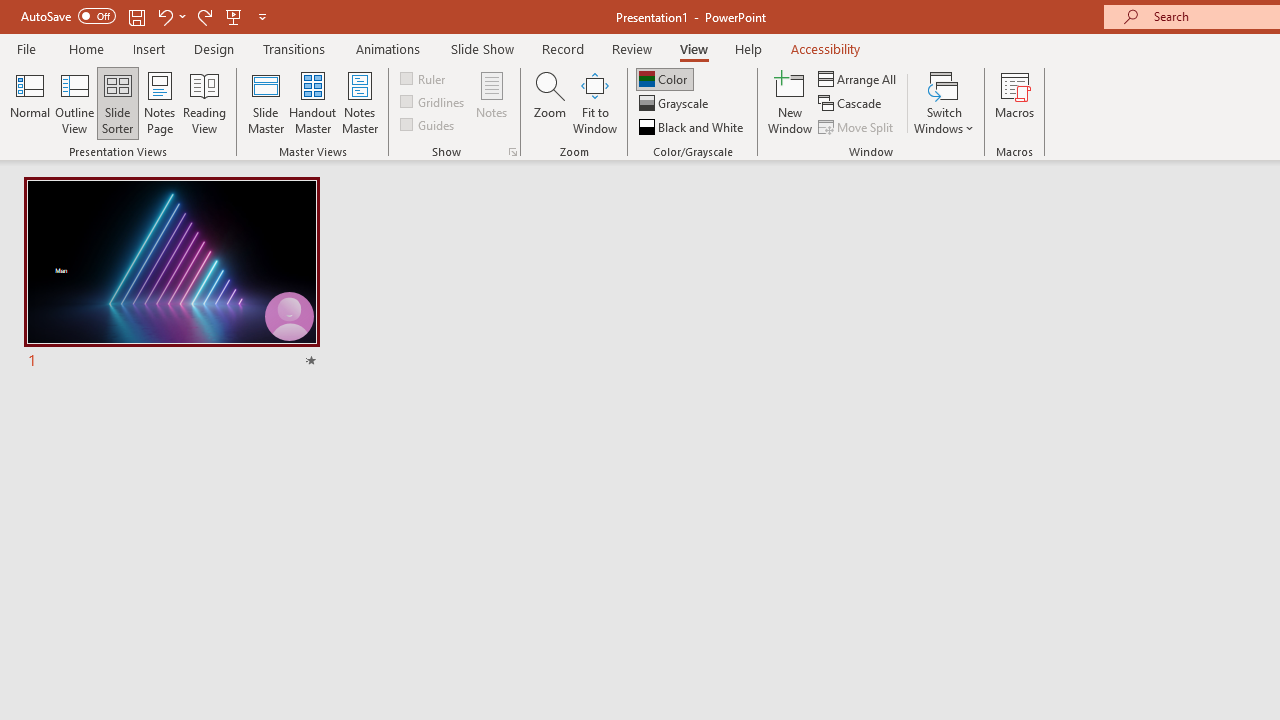  I want to click on 'New Window', so click(789, 103).